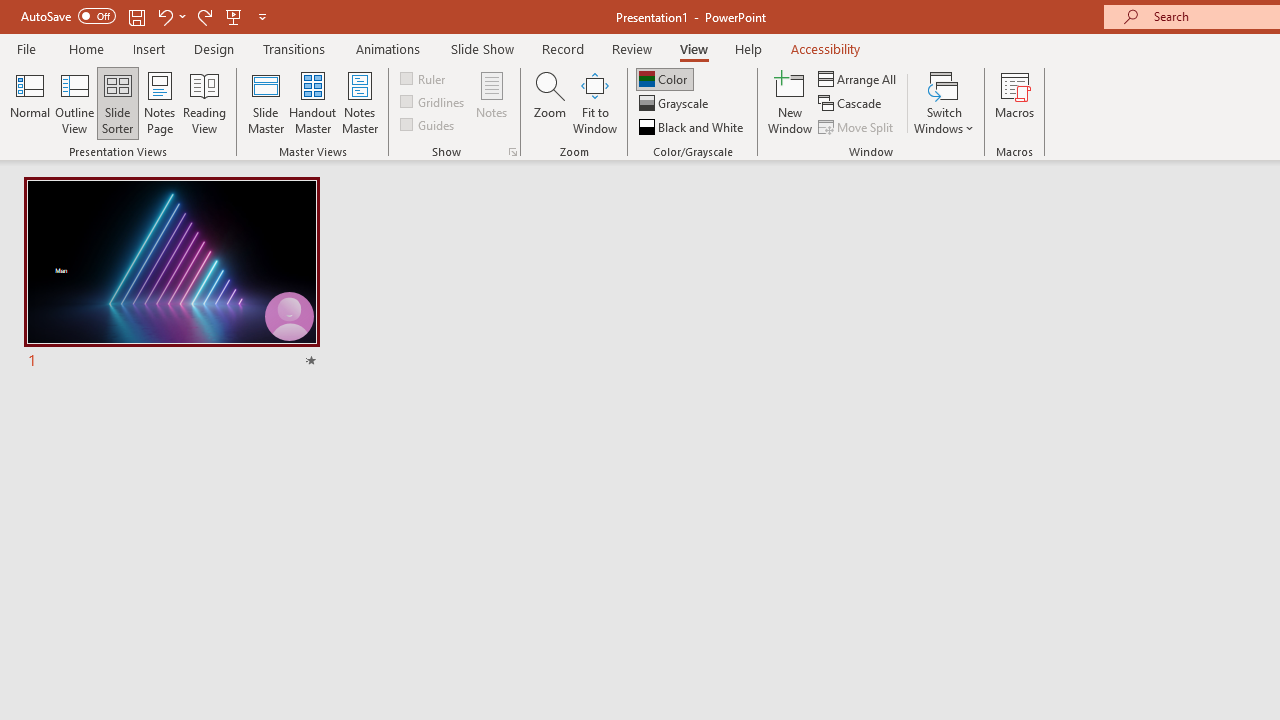  I want to click on 'New Window', so click(789, 103).